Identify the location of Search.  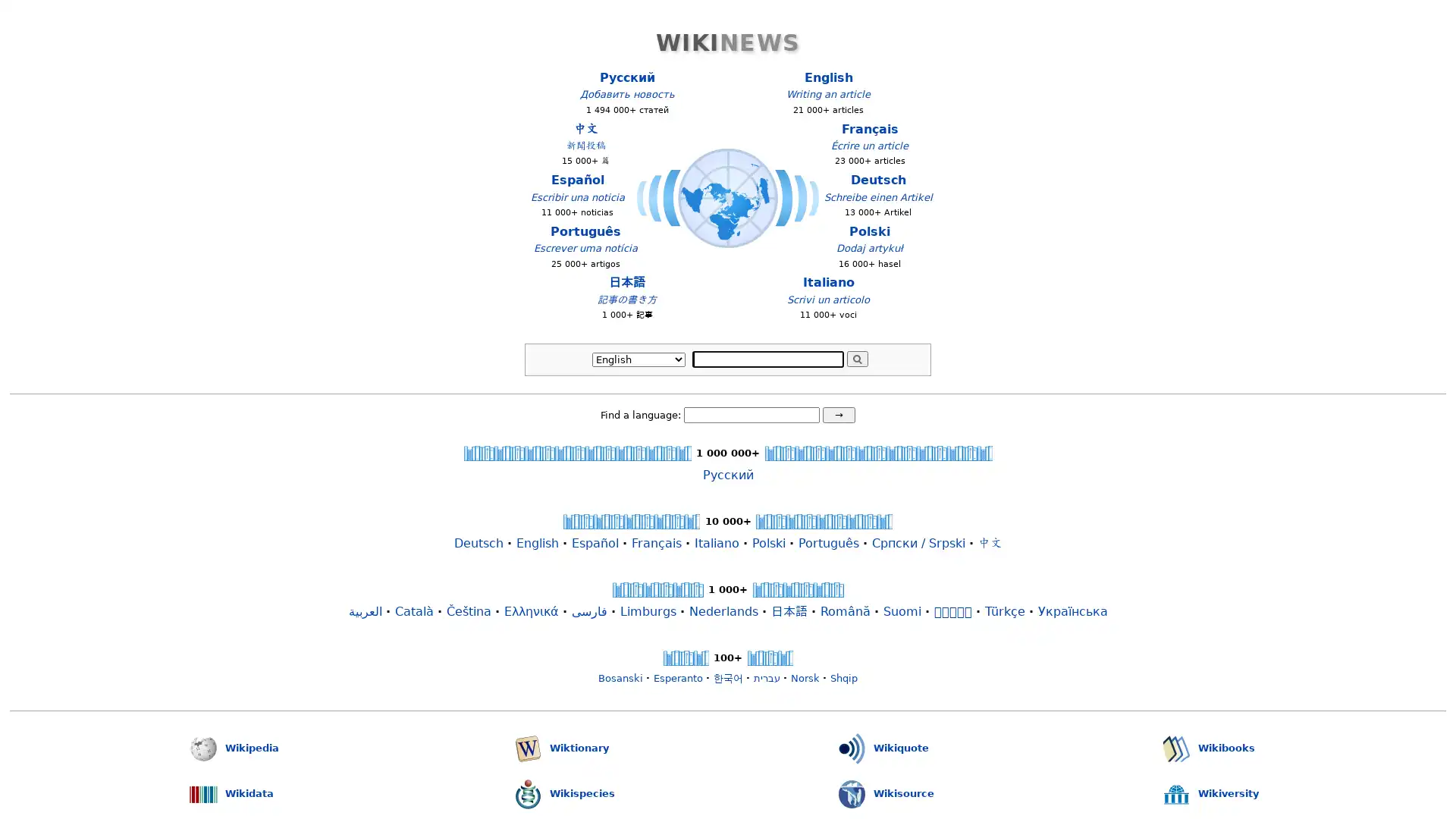
(856, 359).